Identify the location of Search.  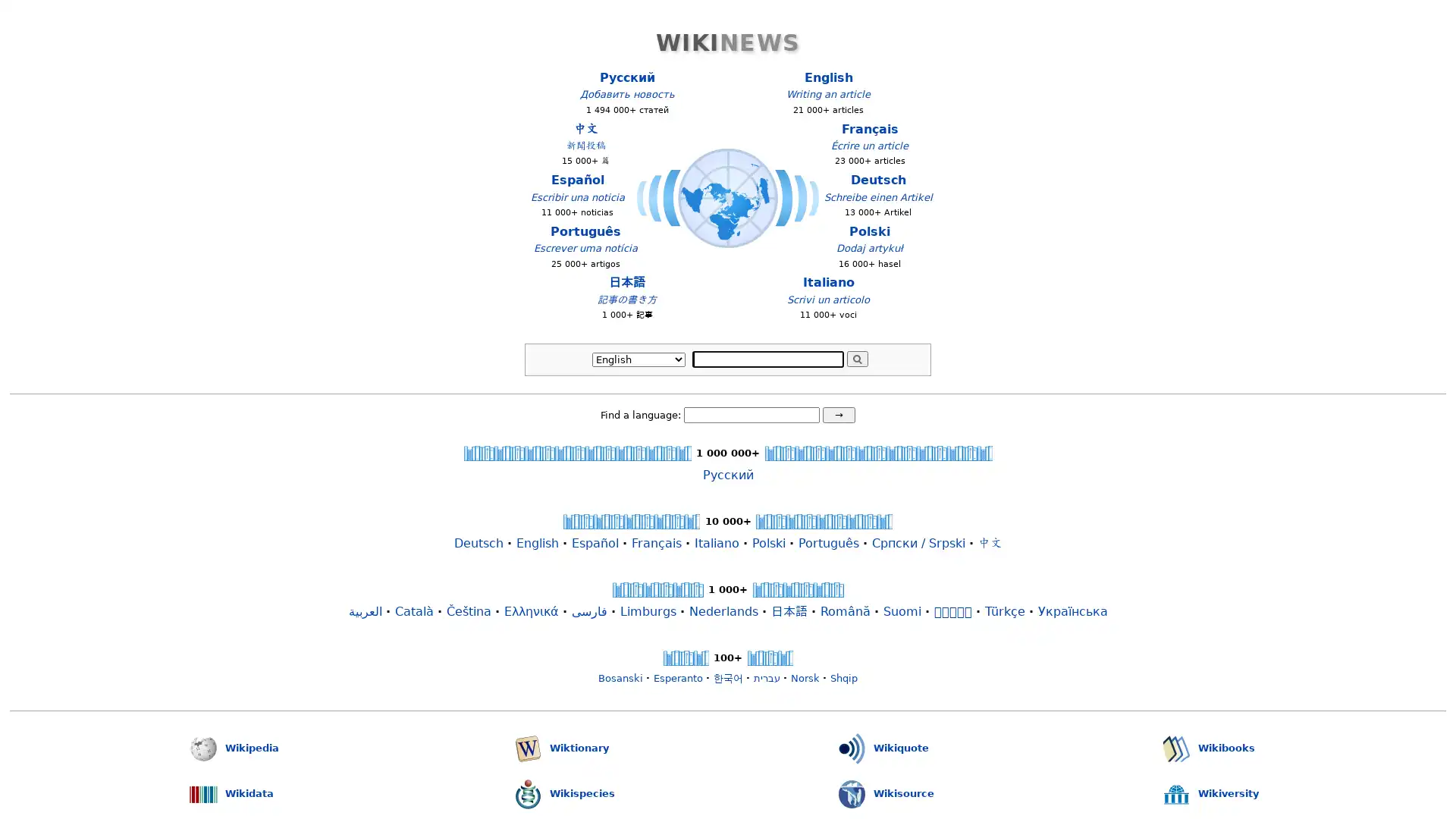
(856, 359).